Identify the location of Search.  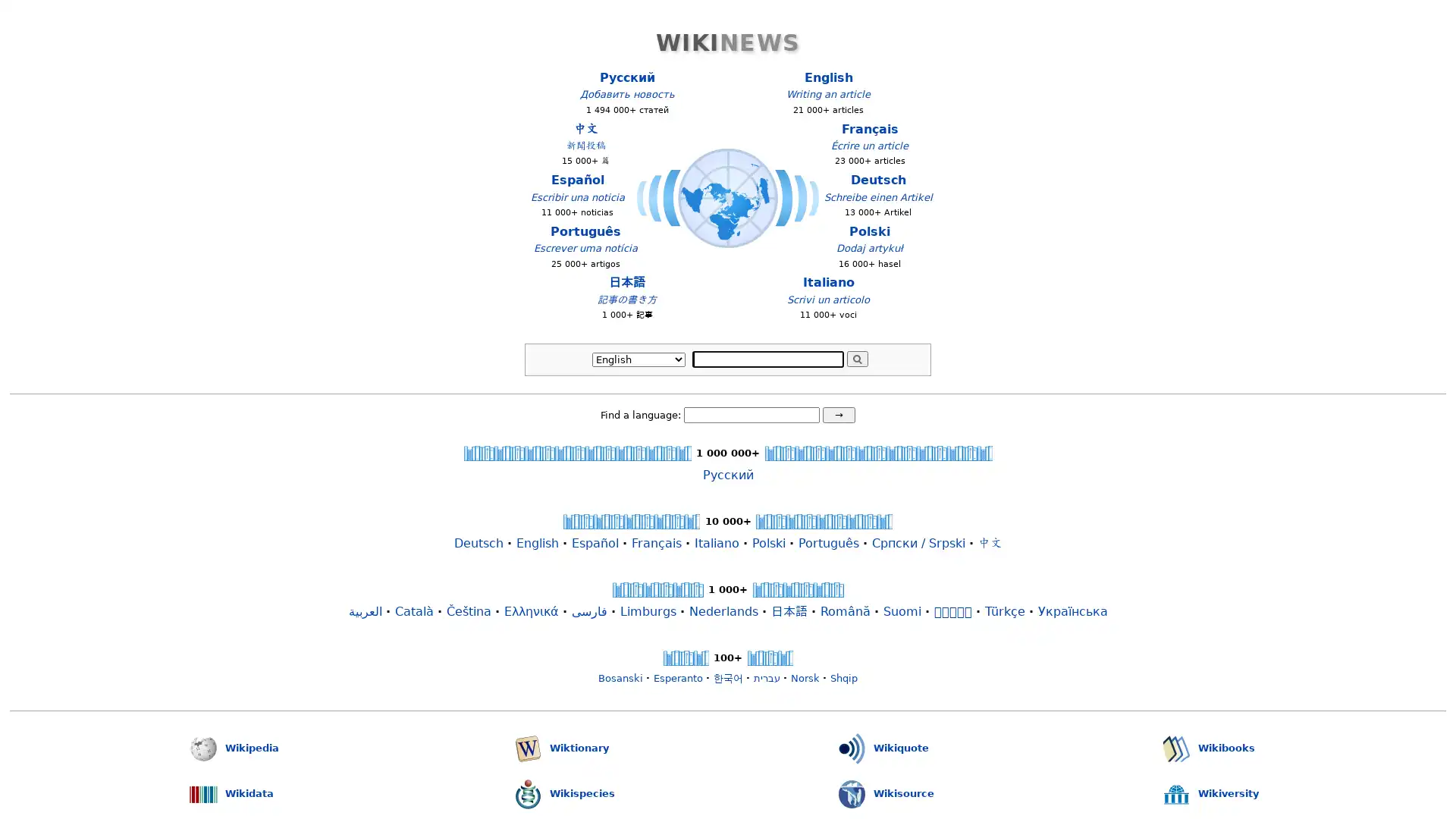
(856, 359).